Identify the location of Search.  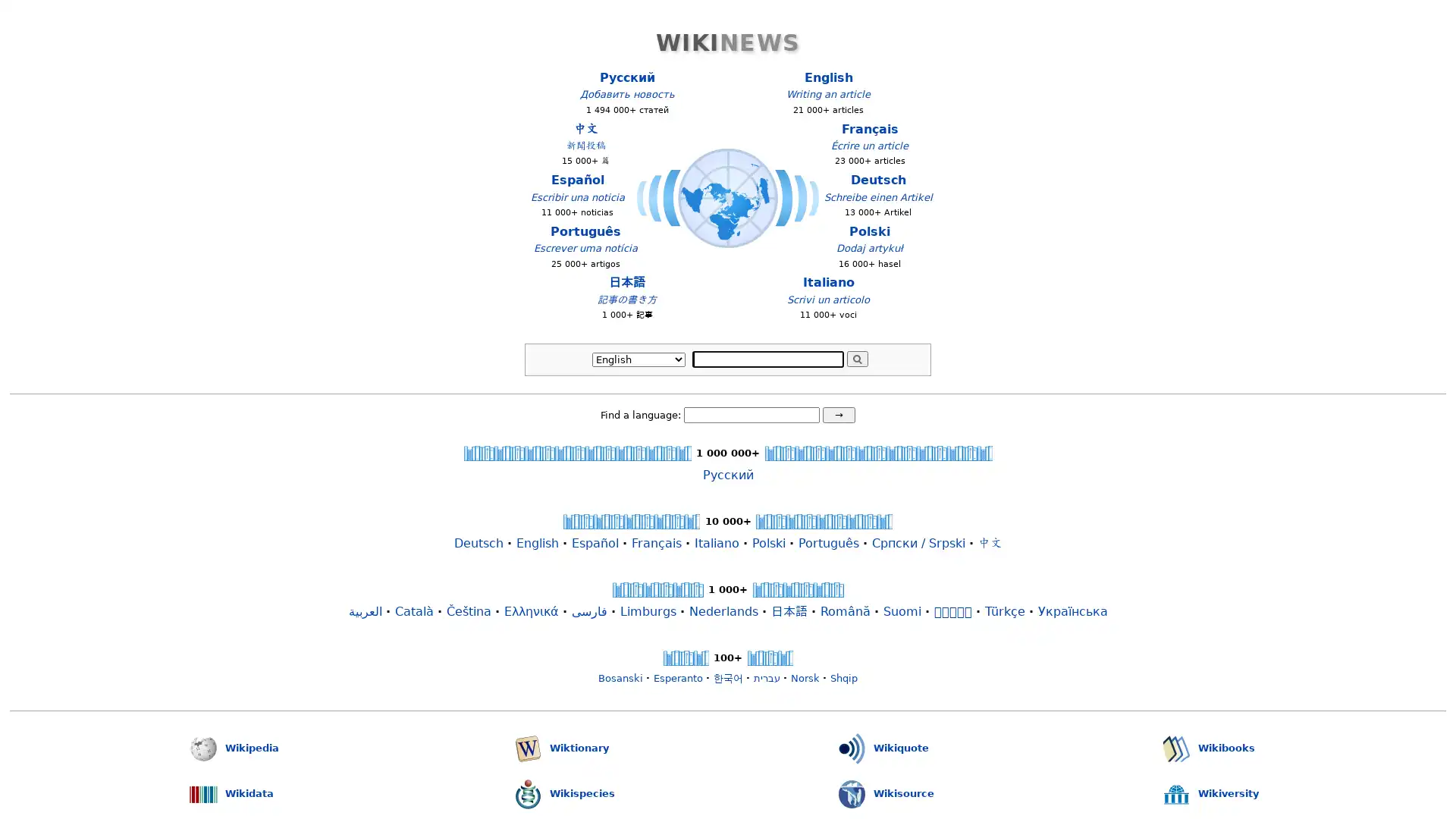
(856, 359).